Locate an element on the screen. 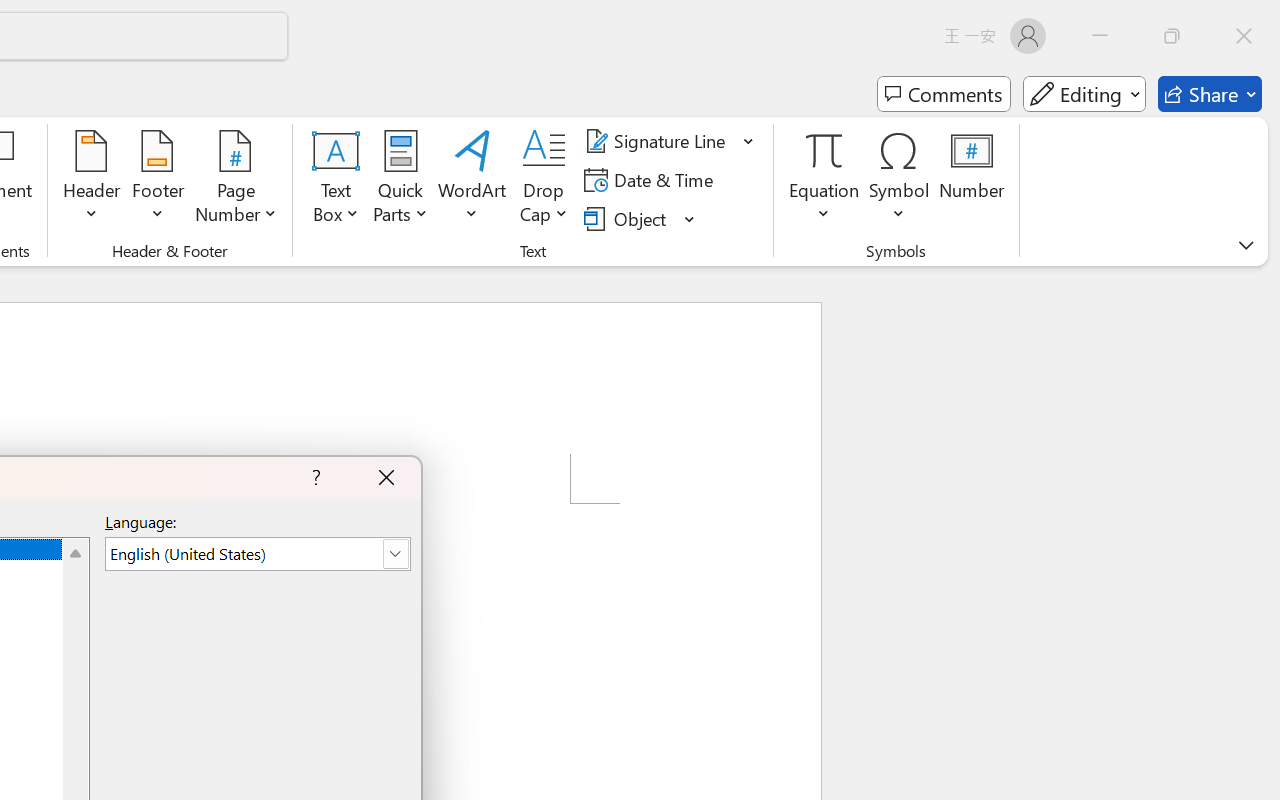 This screenshot has height=800, width=1280. 'Quick Parts' is located at coordinates (400, 179).